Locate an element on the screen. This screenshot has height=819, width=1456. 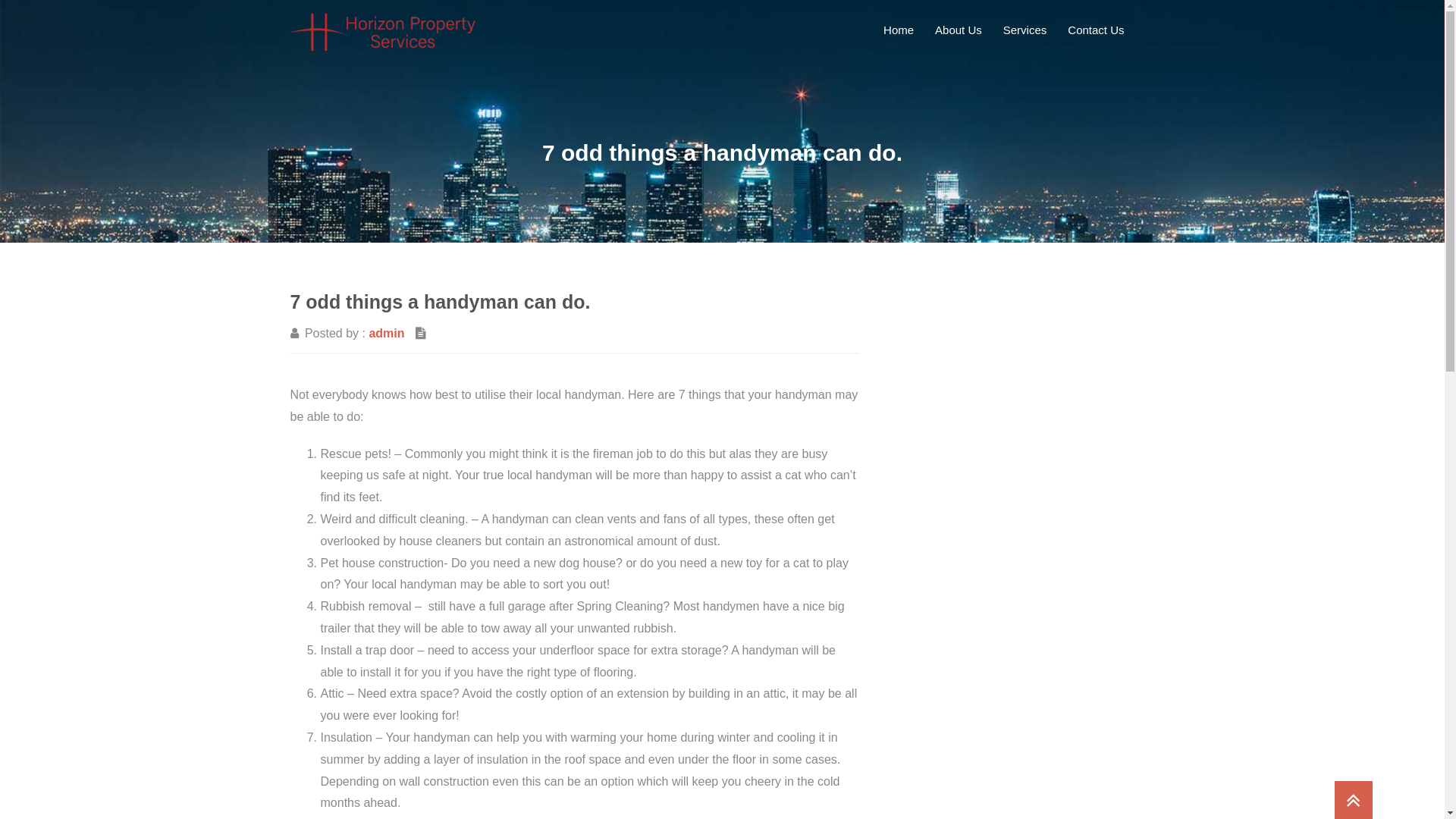
'Home' is located at coordinates (874, 30).